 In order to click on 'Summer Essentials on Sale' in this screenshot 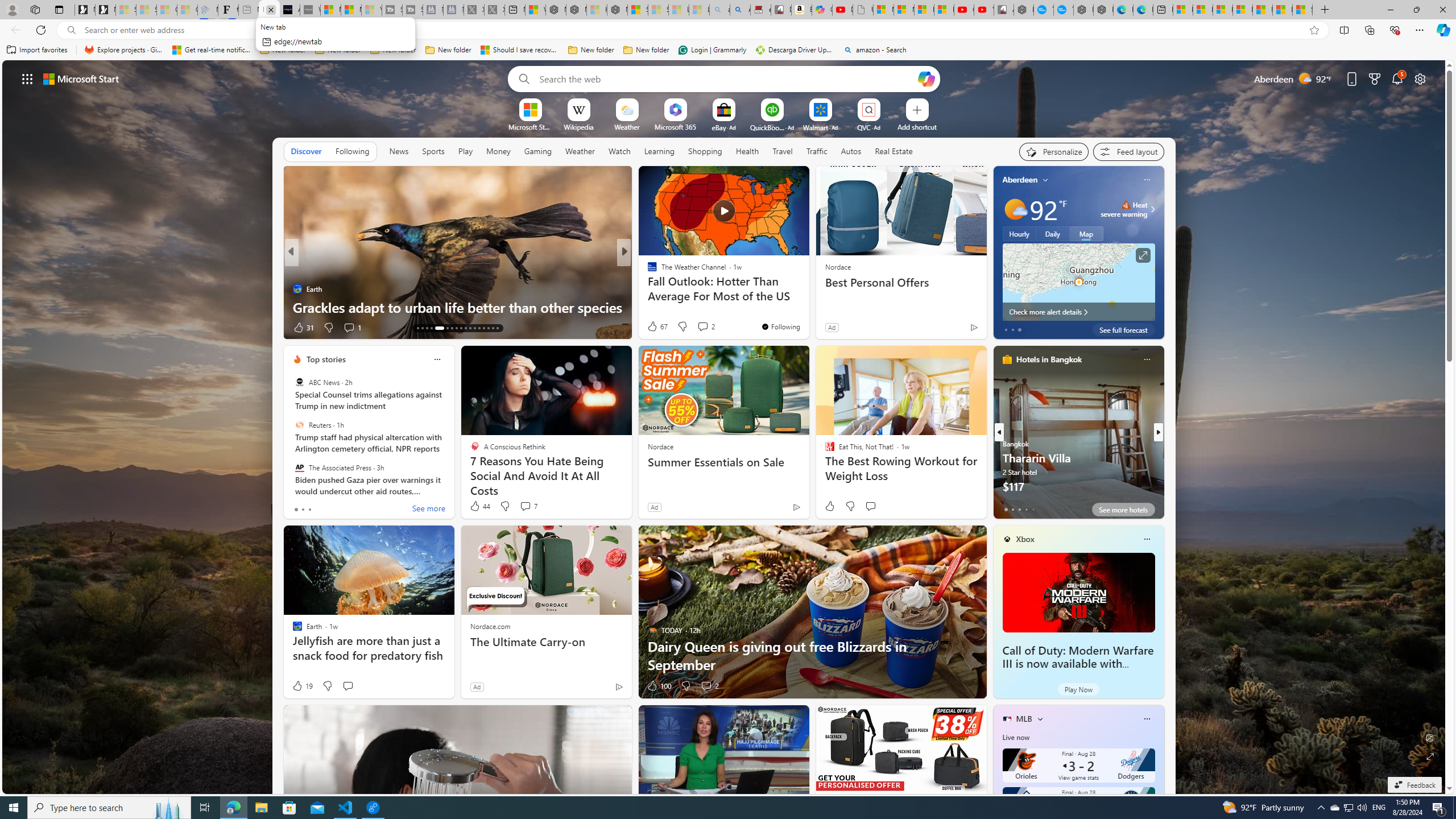, I will do `click(723, 461)`.